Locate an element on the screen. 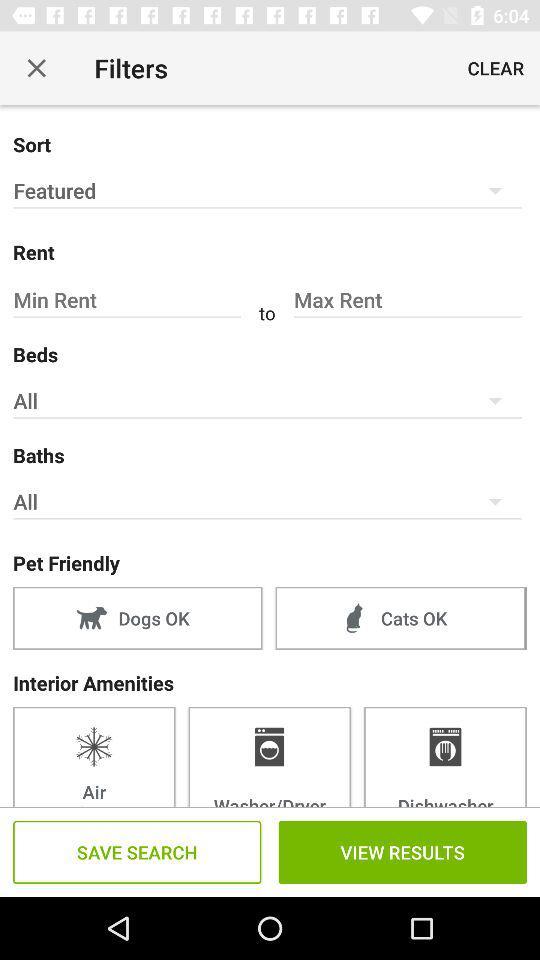 This screenshot has height=960, width=540. the item to the right of dogs ok is located at coordinates (400, 617).